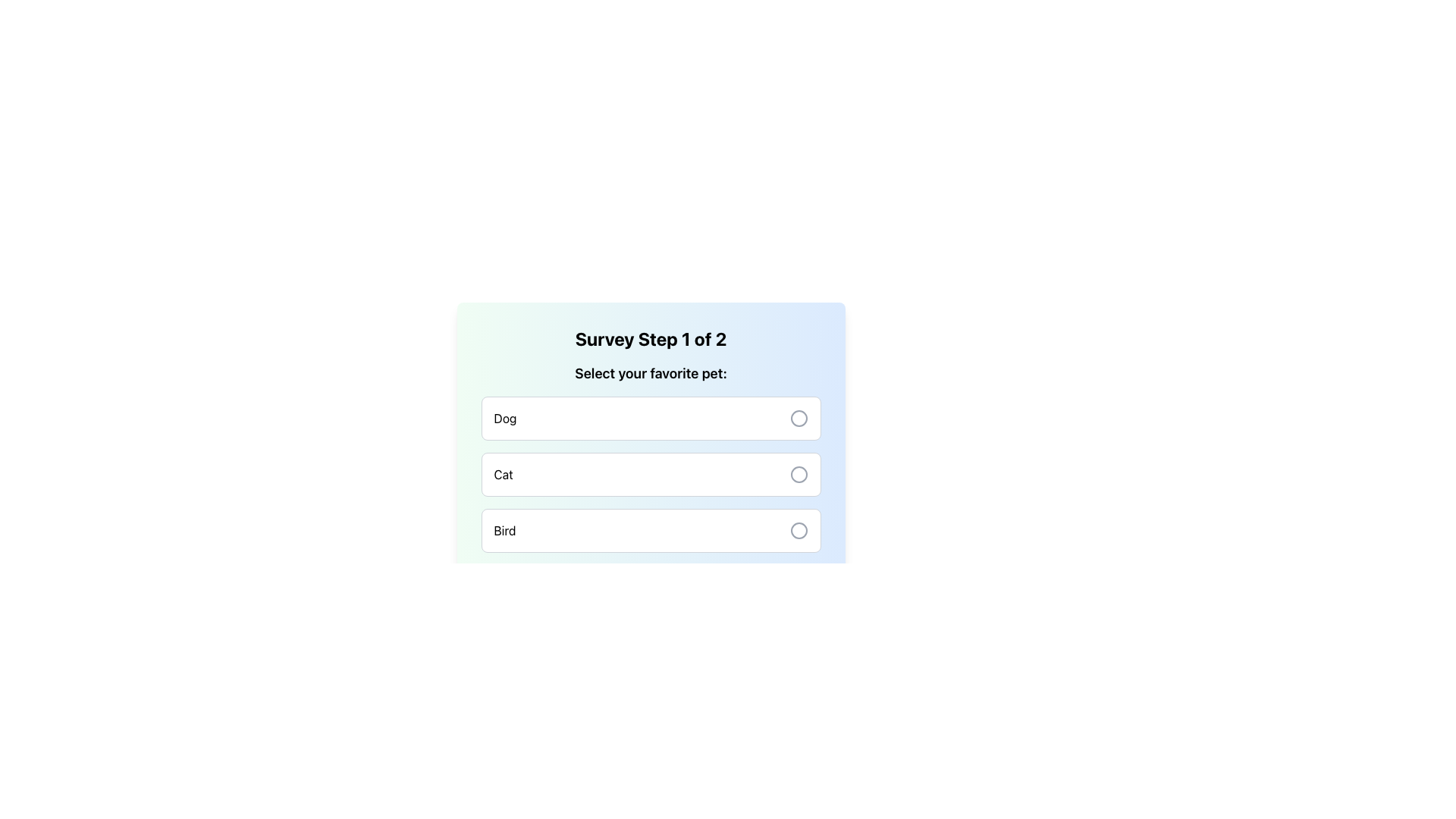  What do you see at coordinates (504, 473) in the screenshot?
I see `the 'Cat' text label in the second option group of the survey interface, which serves as an identifier for selecting 'Cat' as a favorite pet` at bounding box center [504, 473].